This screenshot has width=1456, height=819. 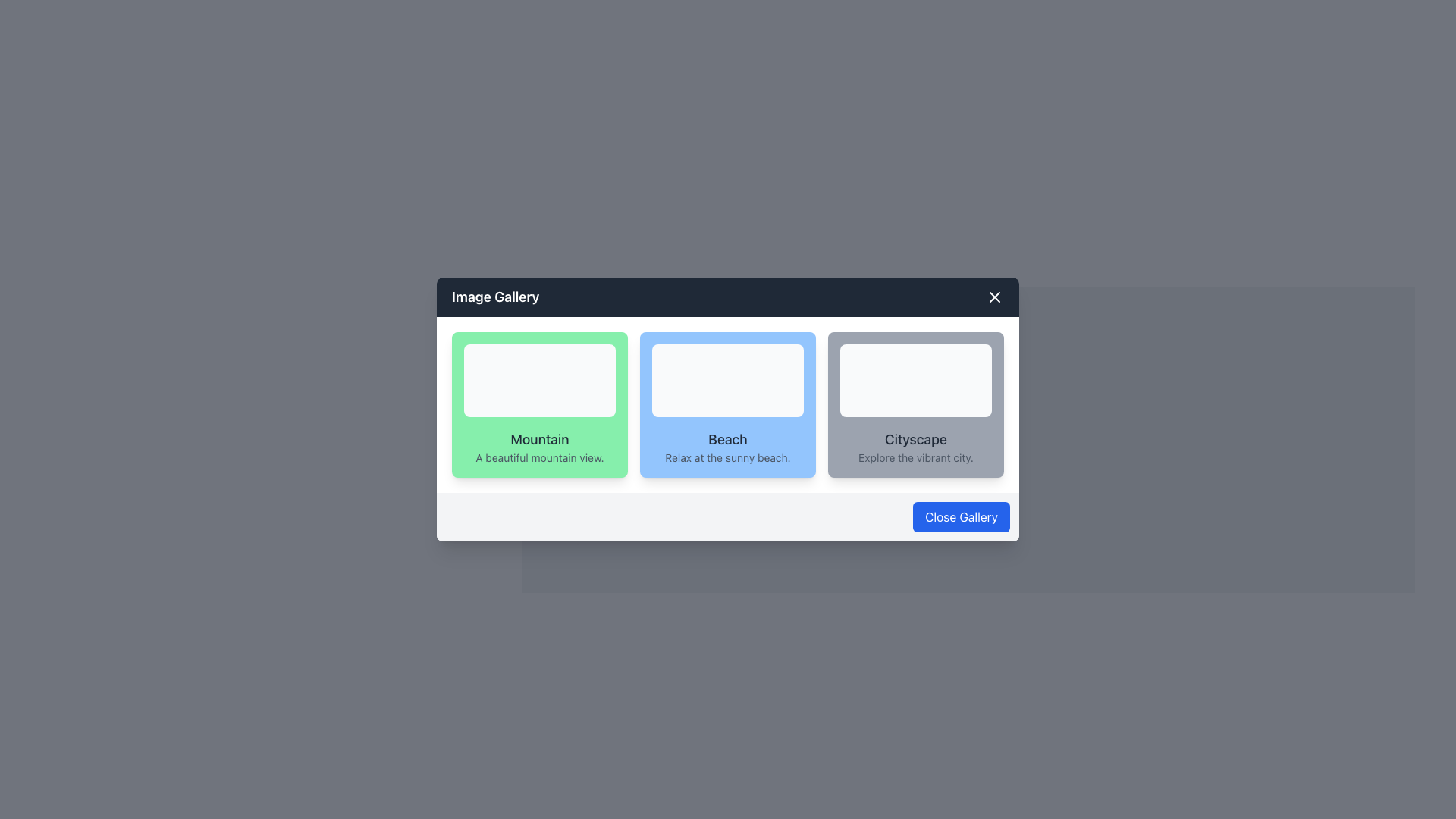 I want to click on title and description of the 'Beach' themed card, which is the second card in a row of three horizontally aligned cards in the 'Image Gallery.', so click(x=728, y=403).